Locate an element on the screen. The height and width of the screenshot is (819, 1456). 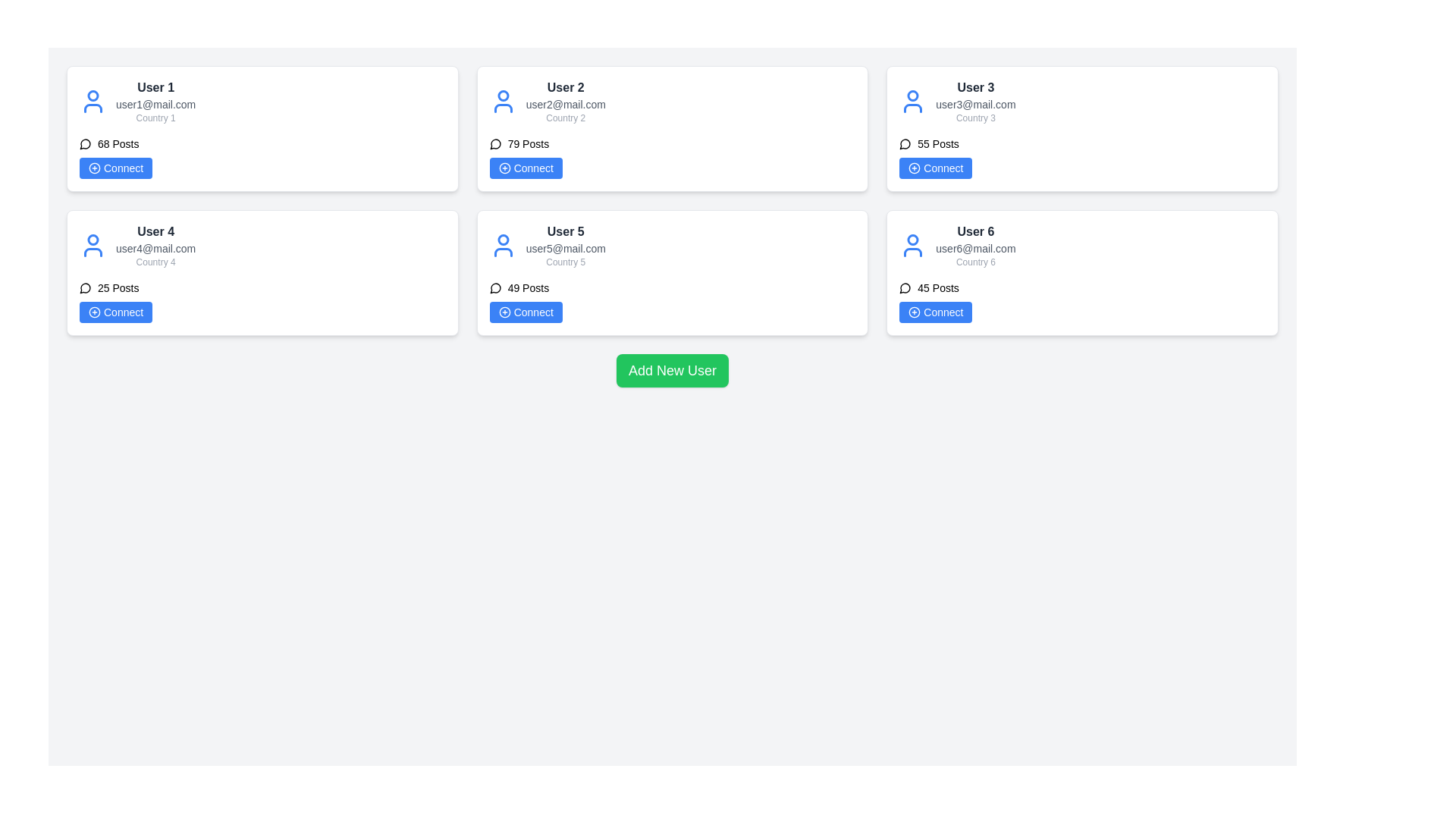
the 'Connect' button with a blue background and white text, located in the second row of the multi-card layout under the card labeled 'User 4' is located at coordinates (115, 312).